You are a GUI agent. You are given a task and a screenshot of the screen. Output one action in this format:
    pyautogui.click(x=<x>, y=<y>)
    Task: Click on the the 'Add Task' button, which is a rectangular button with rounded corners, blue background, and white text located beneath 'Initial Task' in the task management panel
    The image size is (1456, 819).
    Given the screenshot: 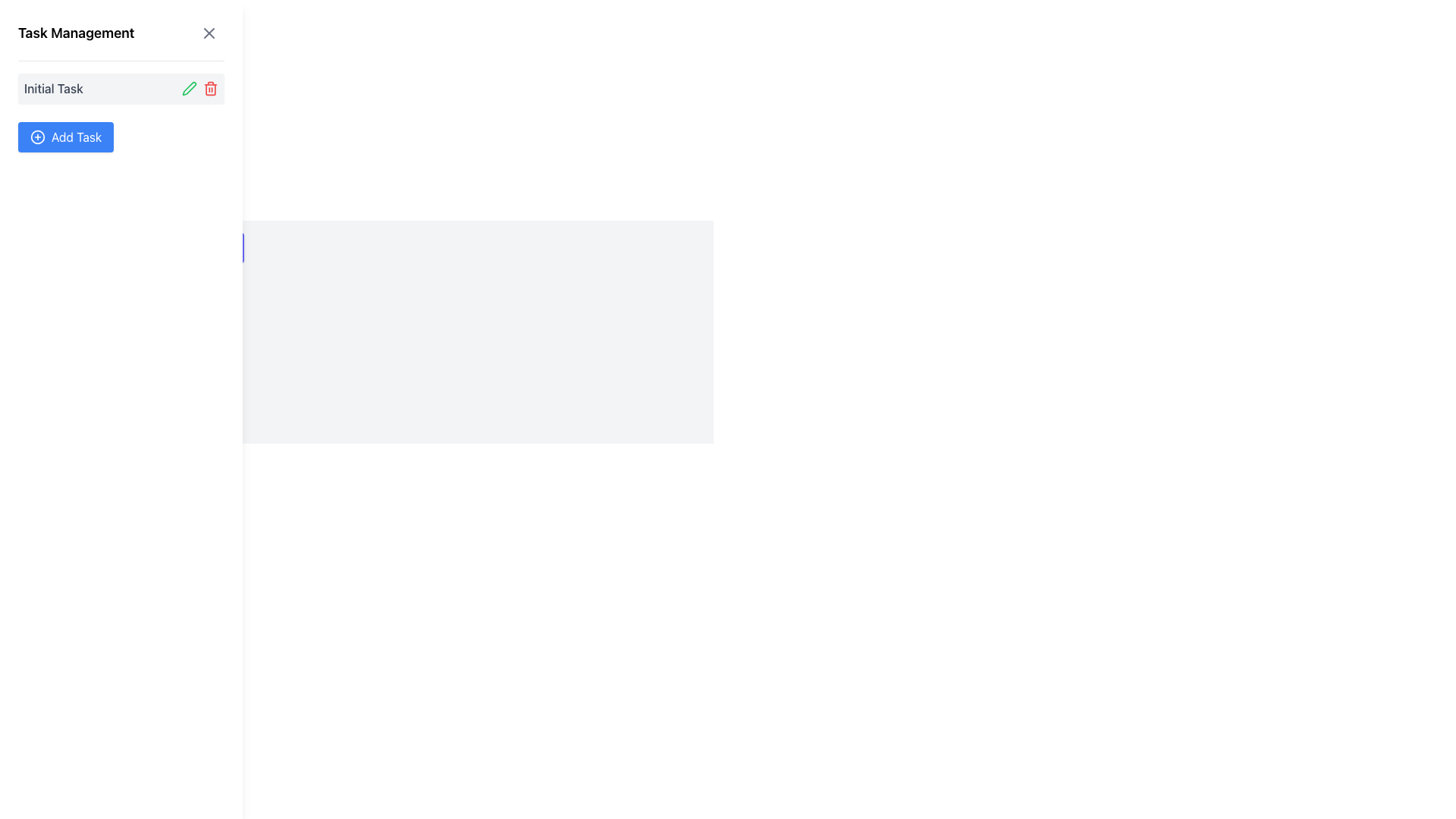 What is the action you would take?
    pyautogui.click(x=64, y=137)
    